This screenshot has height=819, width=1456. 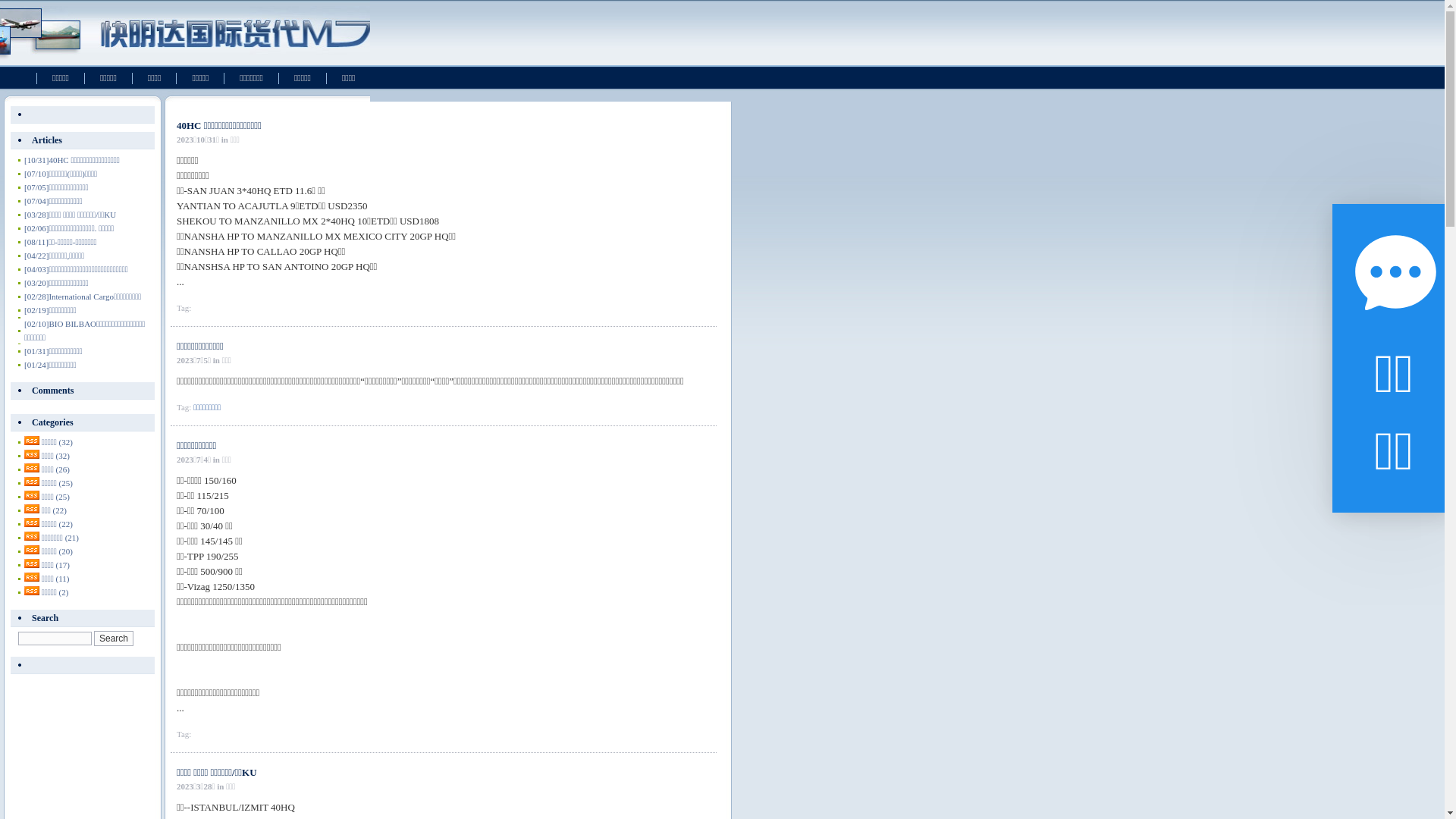 What do you see at coordinates (32, 467) in the screenshot?
I see `'rss'` at bounding box center [32, 467].